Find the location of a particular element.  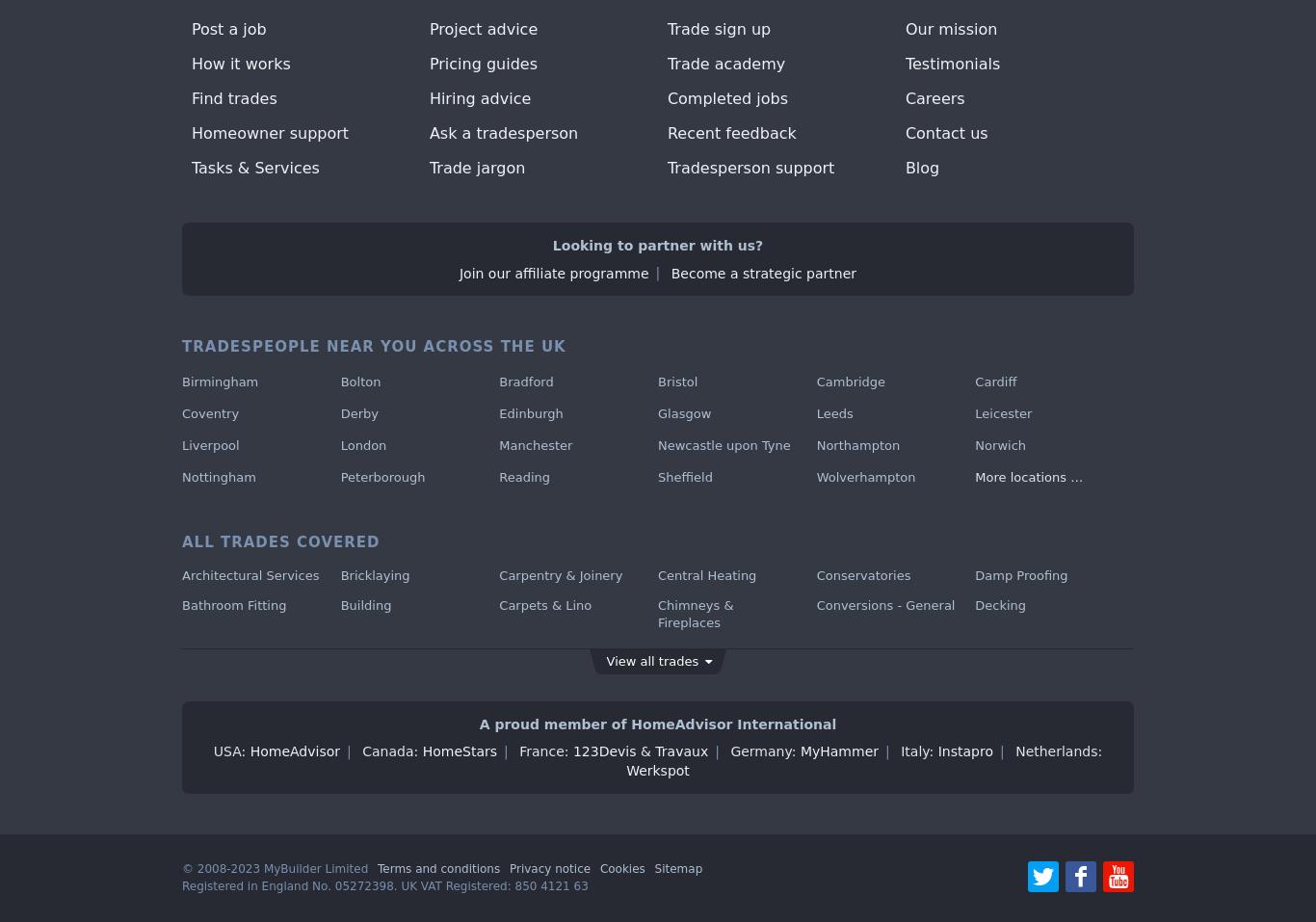

'Completed jobs' is located at coordinates (726, 98).